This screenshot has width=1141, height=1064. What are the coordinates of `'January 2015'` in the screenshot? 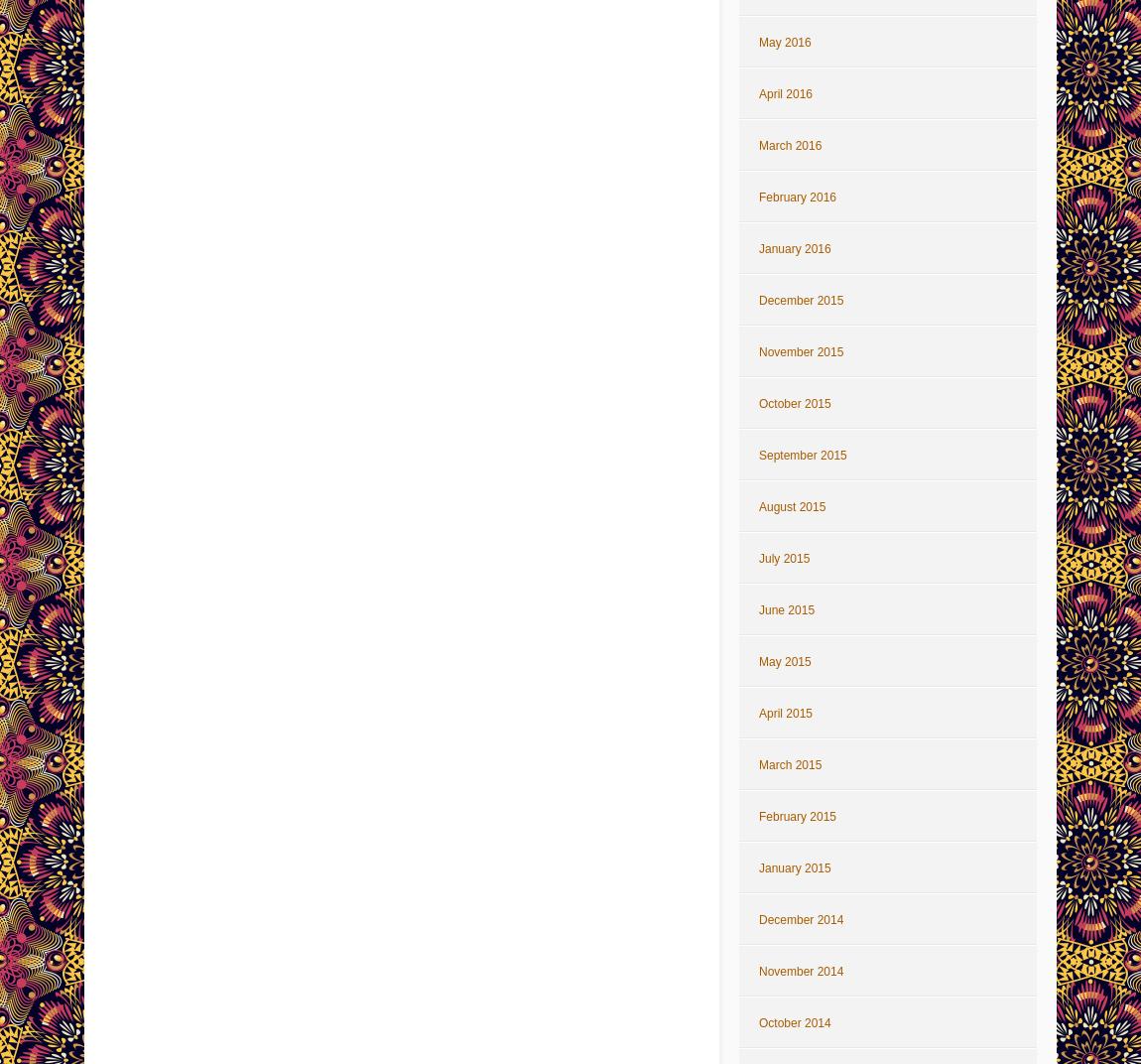 It's located at (793, 867).